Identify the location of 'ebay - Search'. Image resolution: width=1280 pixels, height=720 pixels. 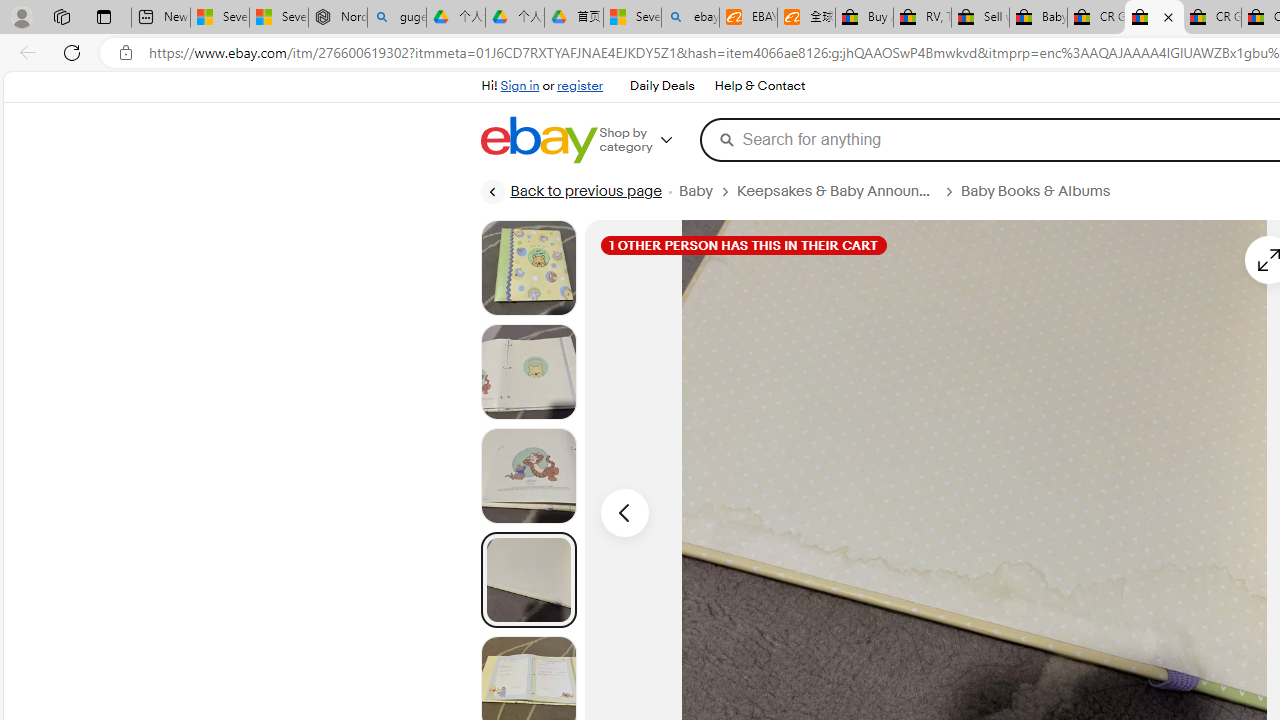
(690, 17).